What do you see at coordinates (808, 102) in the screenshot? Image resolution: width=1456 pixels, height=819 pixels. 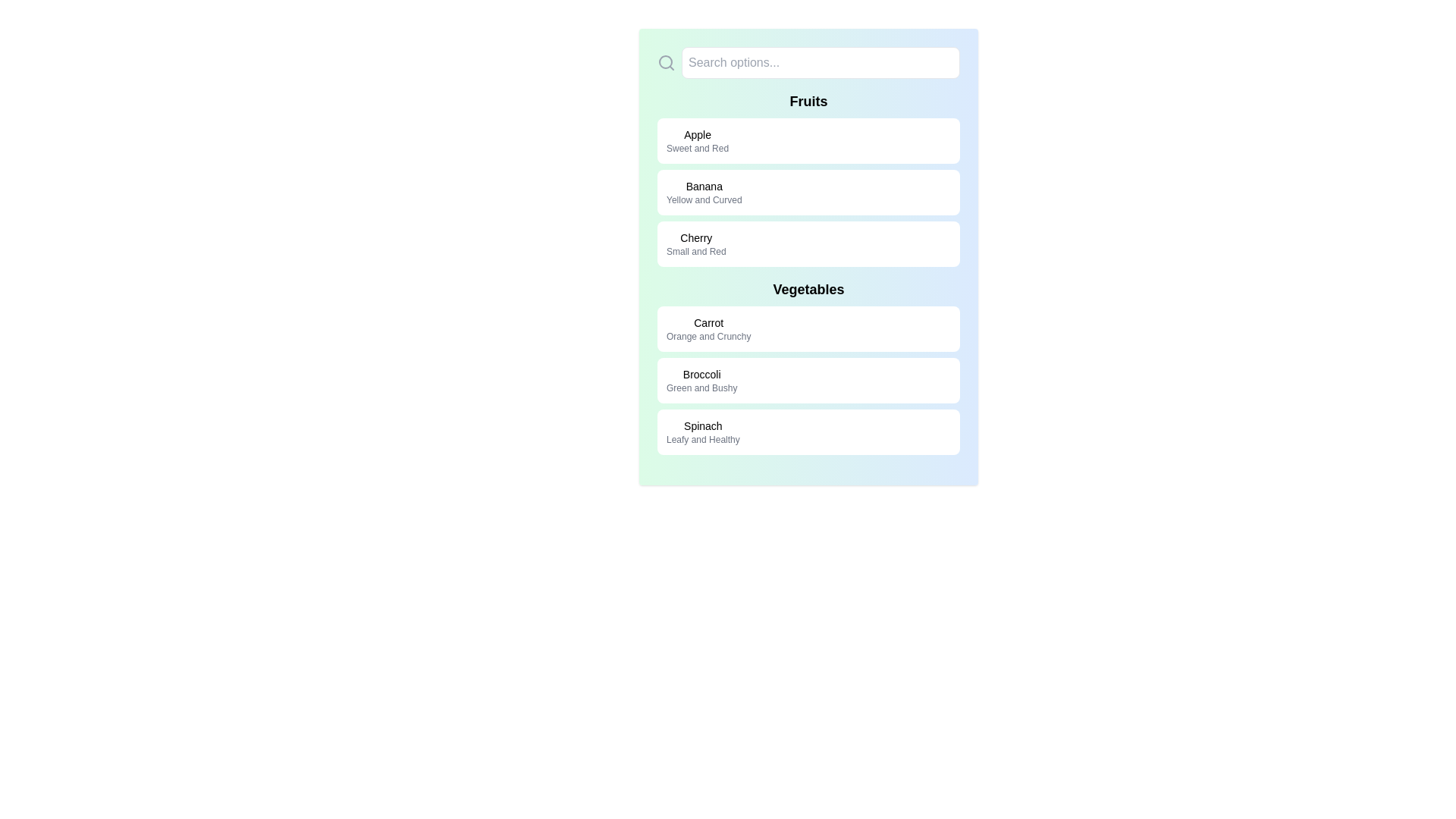 I see `the 'Fruits' static text header, which is displayed in bold typography and serves as a heading for a list of fruit entries` at bounding box center [808, 102].